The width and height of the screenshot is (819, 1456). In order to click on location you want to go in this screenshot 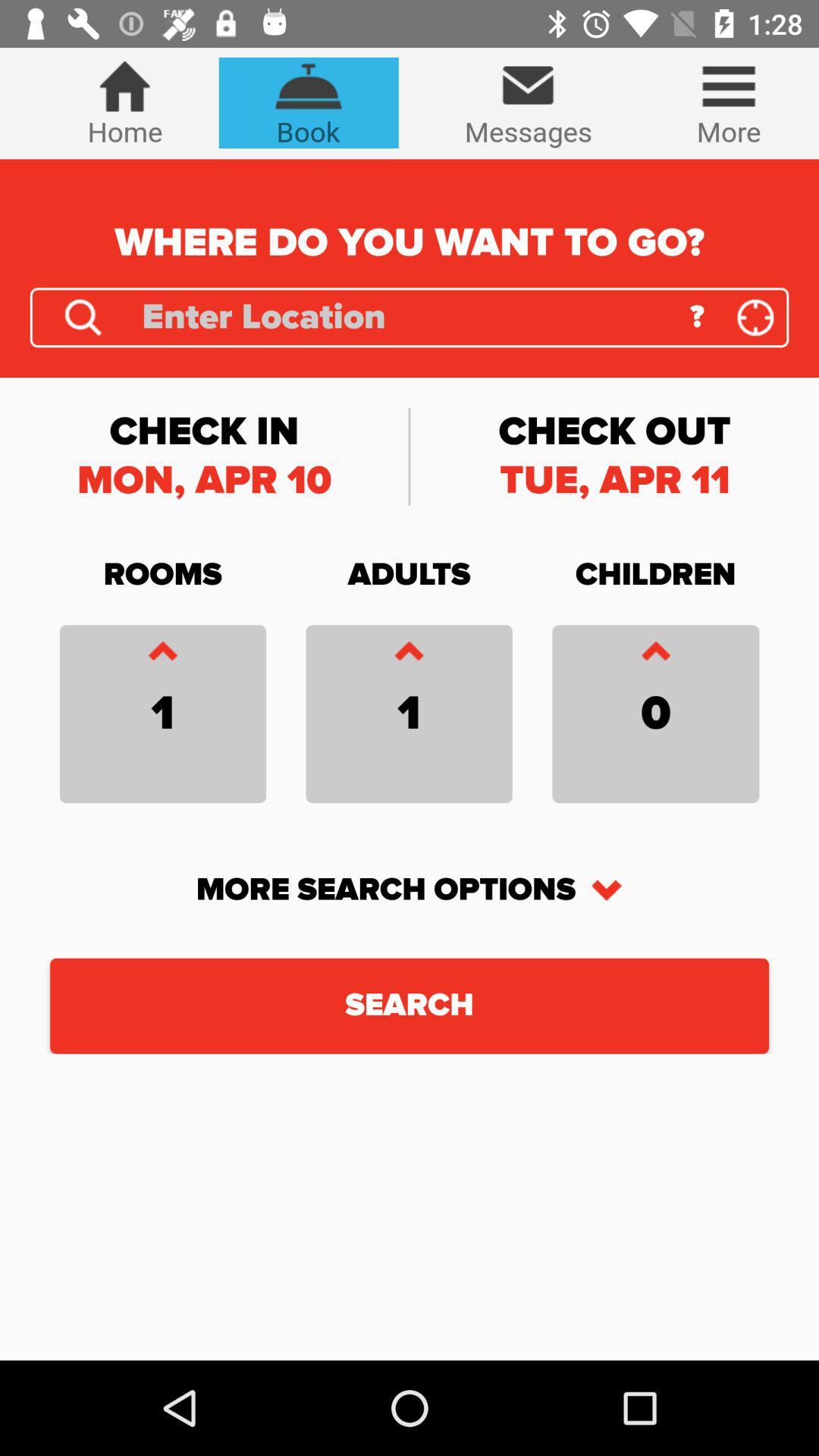, I will do `click(403, 316)`.